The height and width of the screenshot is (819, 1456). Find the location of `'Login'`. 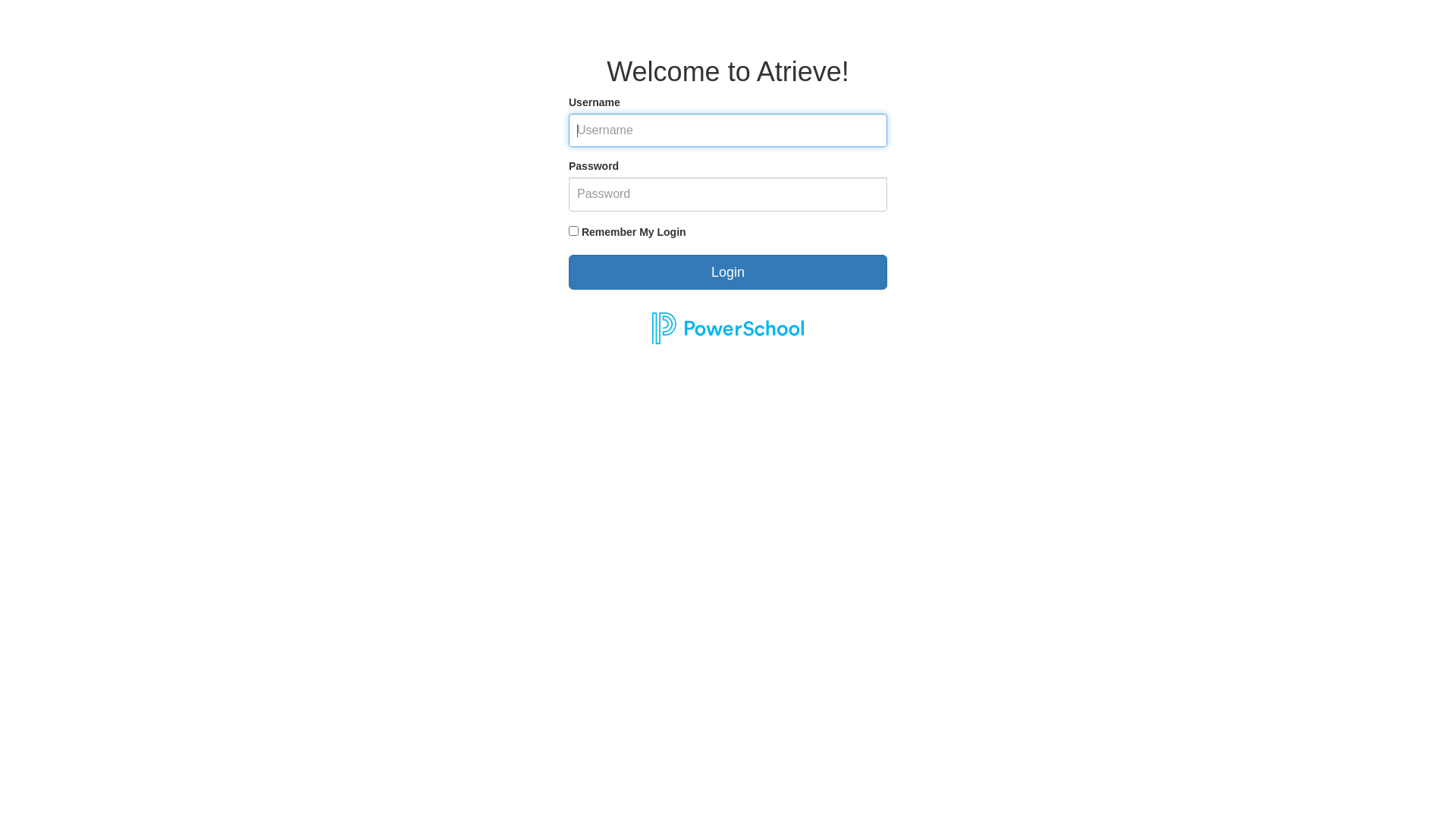

'Login' is located at coordinates (728, 271).